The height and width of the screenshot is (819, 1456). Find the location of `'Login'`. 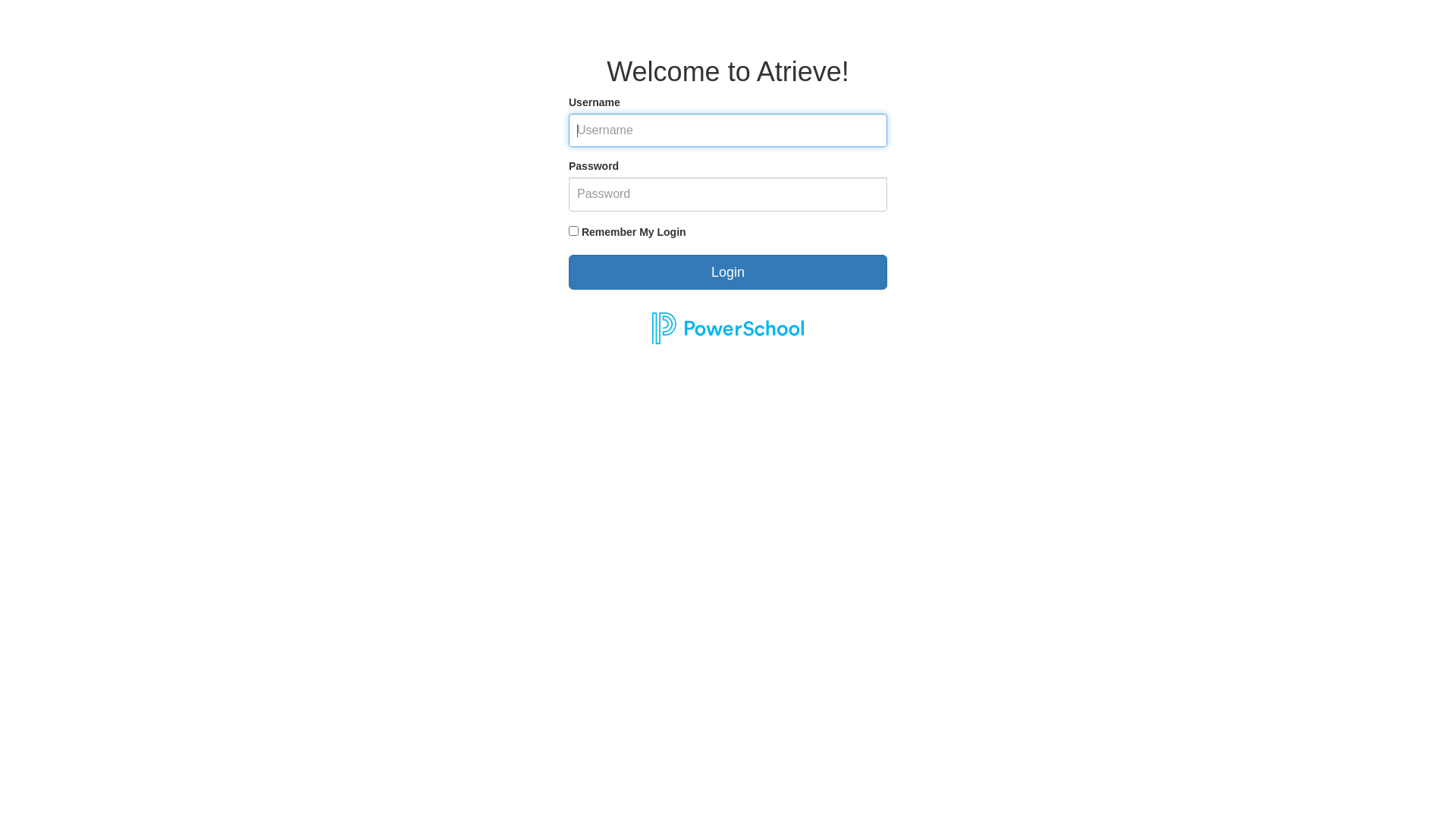

'Login' is located at coordinates (728, 271).